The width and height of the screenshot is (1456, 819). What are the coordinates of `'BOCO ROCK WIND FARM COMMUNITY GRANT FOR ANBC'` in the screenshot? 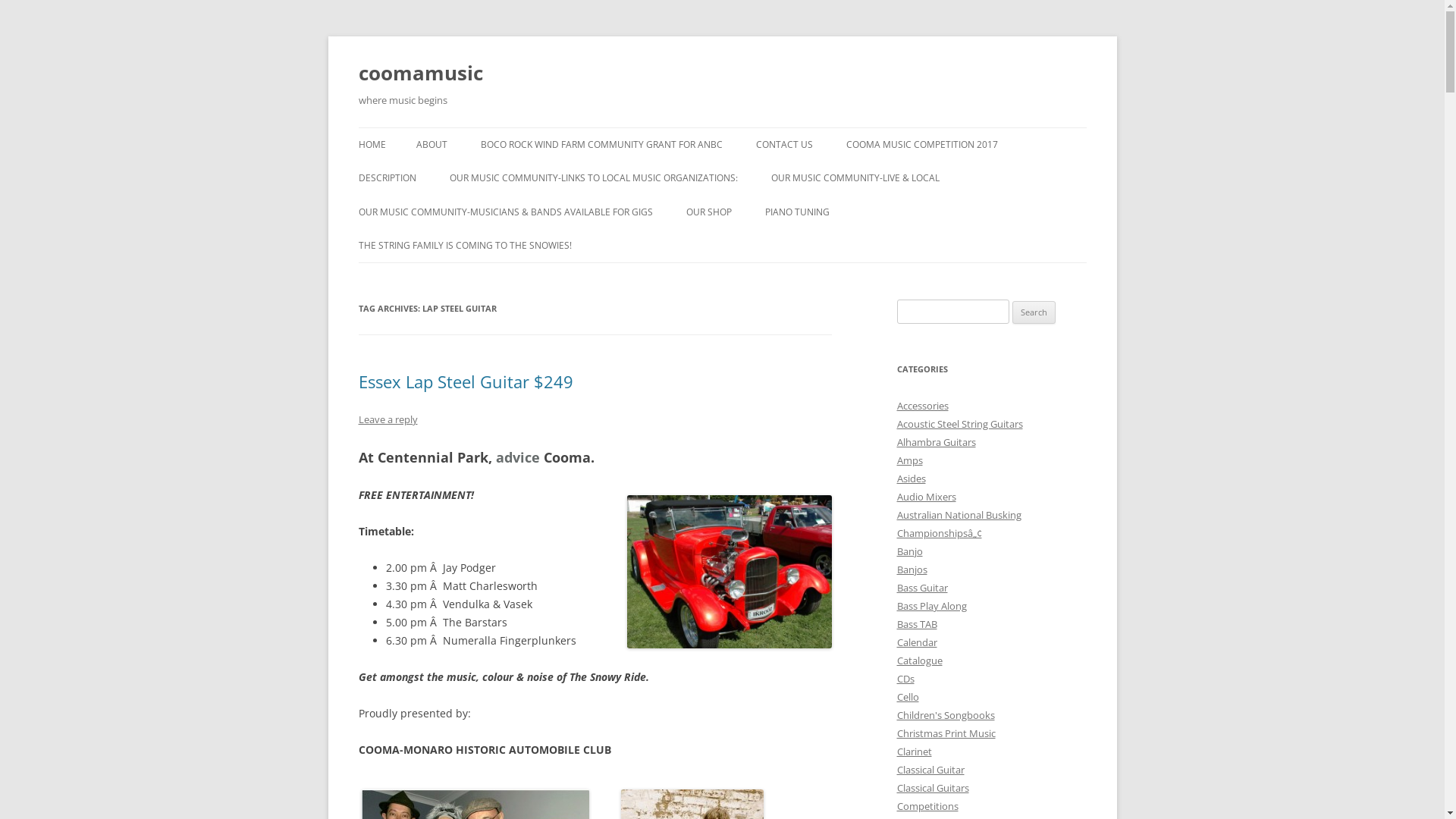 It's located at (601, 145).